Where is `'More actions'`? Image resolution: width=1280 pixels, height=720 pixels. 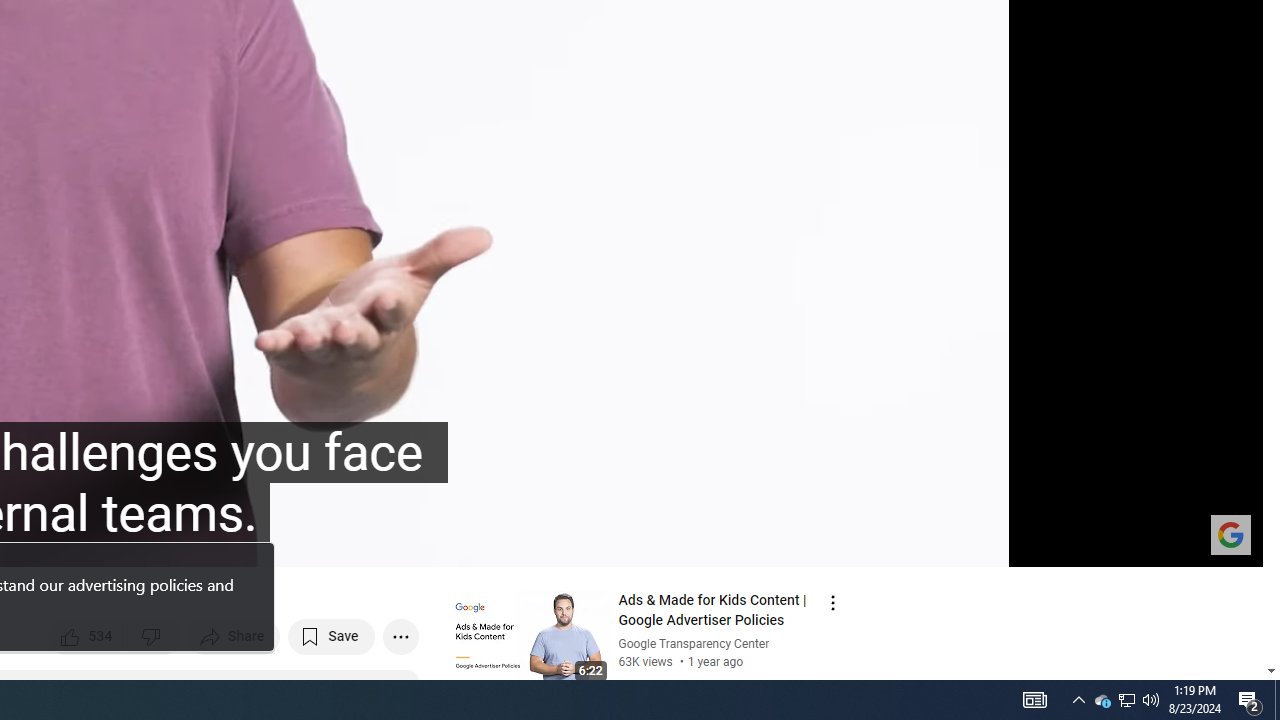
'More actions' is located at coordinates (400, 636).